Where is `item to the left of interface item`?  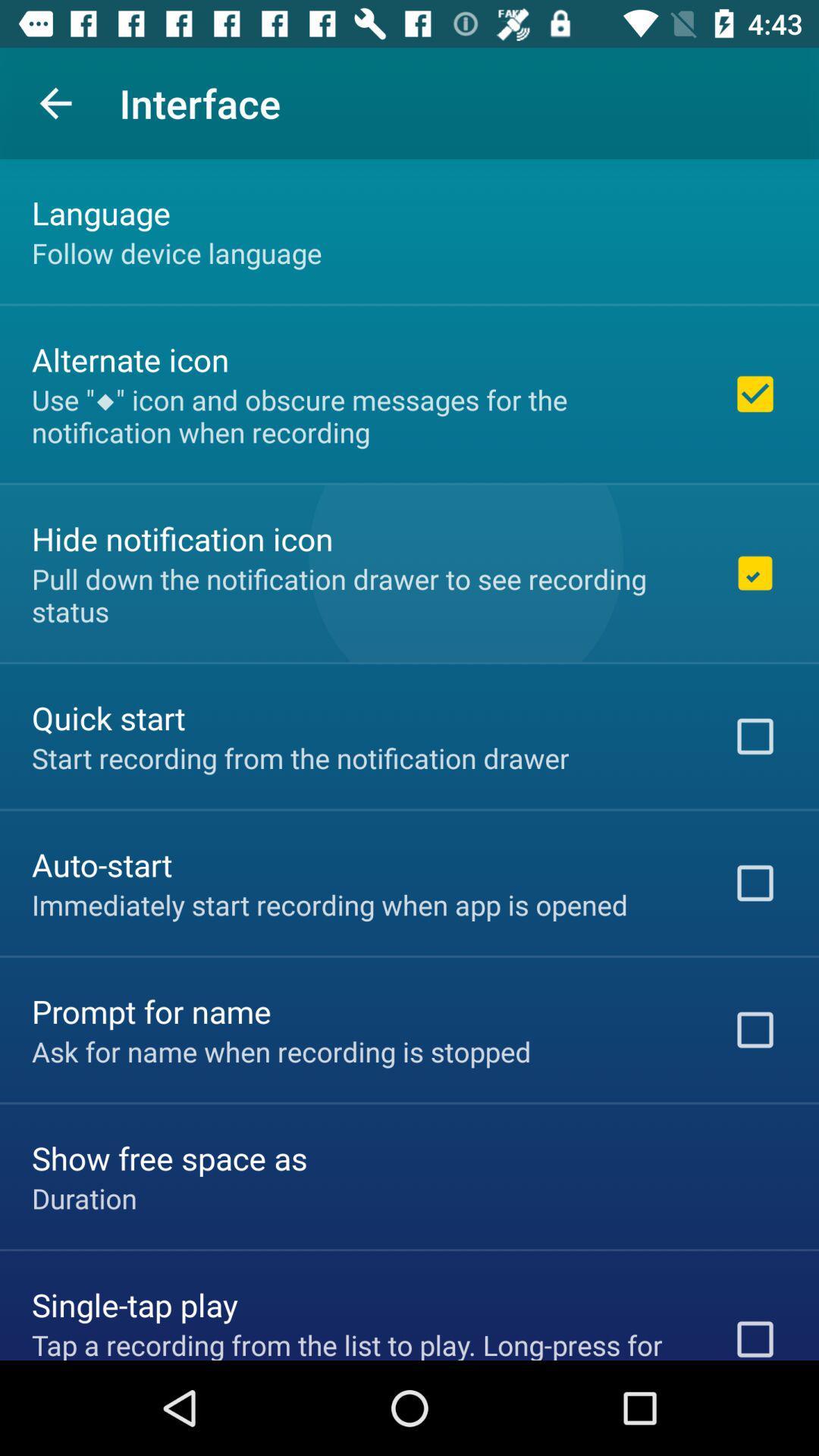
item to the left of interface item is located at coordinates (55, 102).